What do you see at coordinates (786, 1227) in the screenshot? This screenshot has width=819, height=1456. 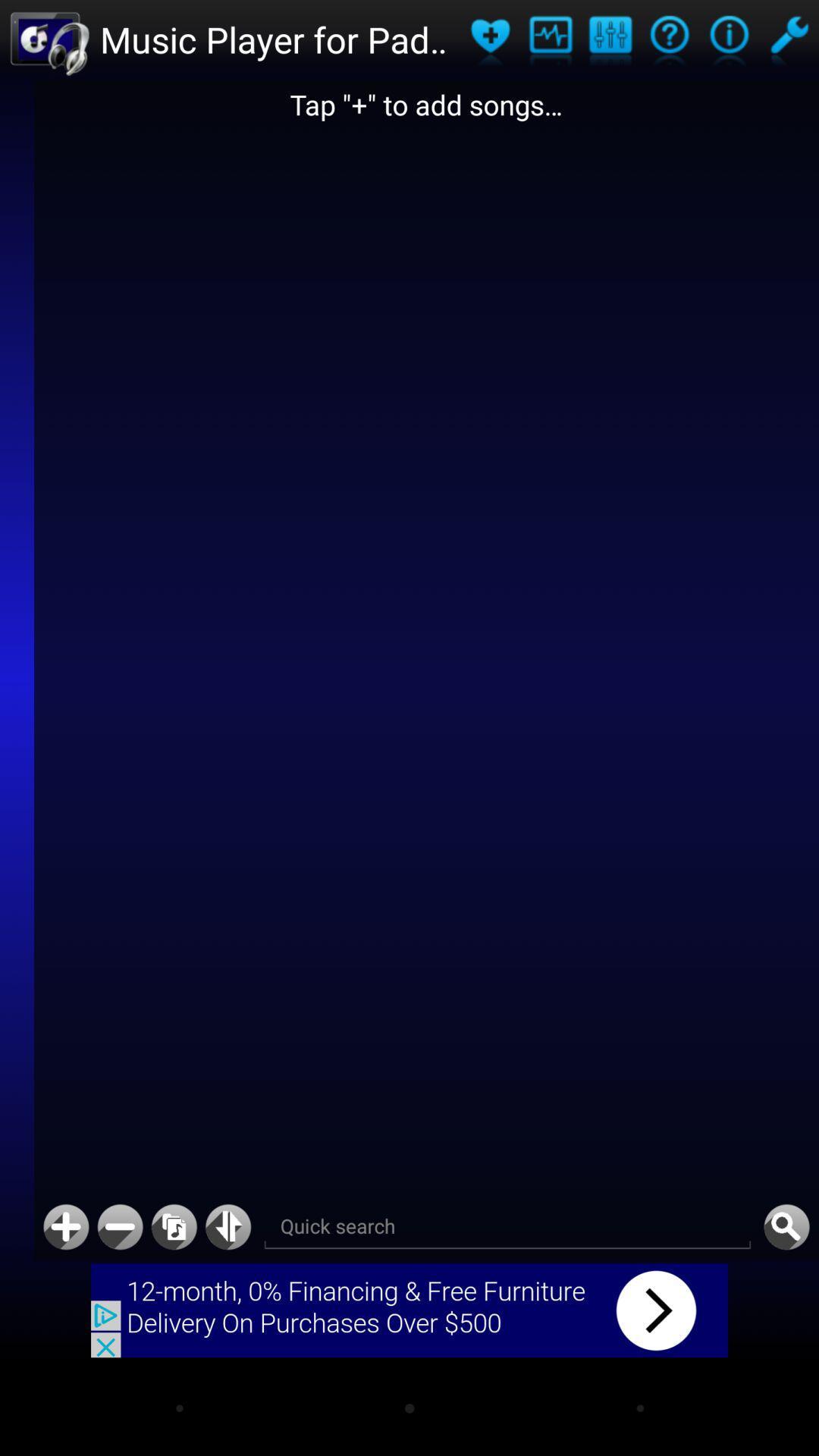 I see `search` at bounding box center [786, 1227].